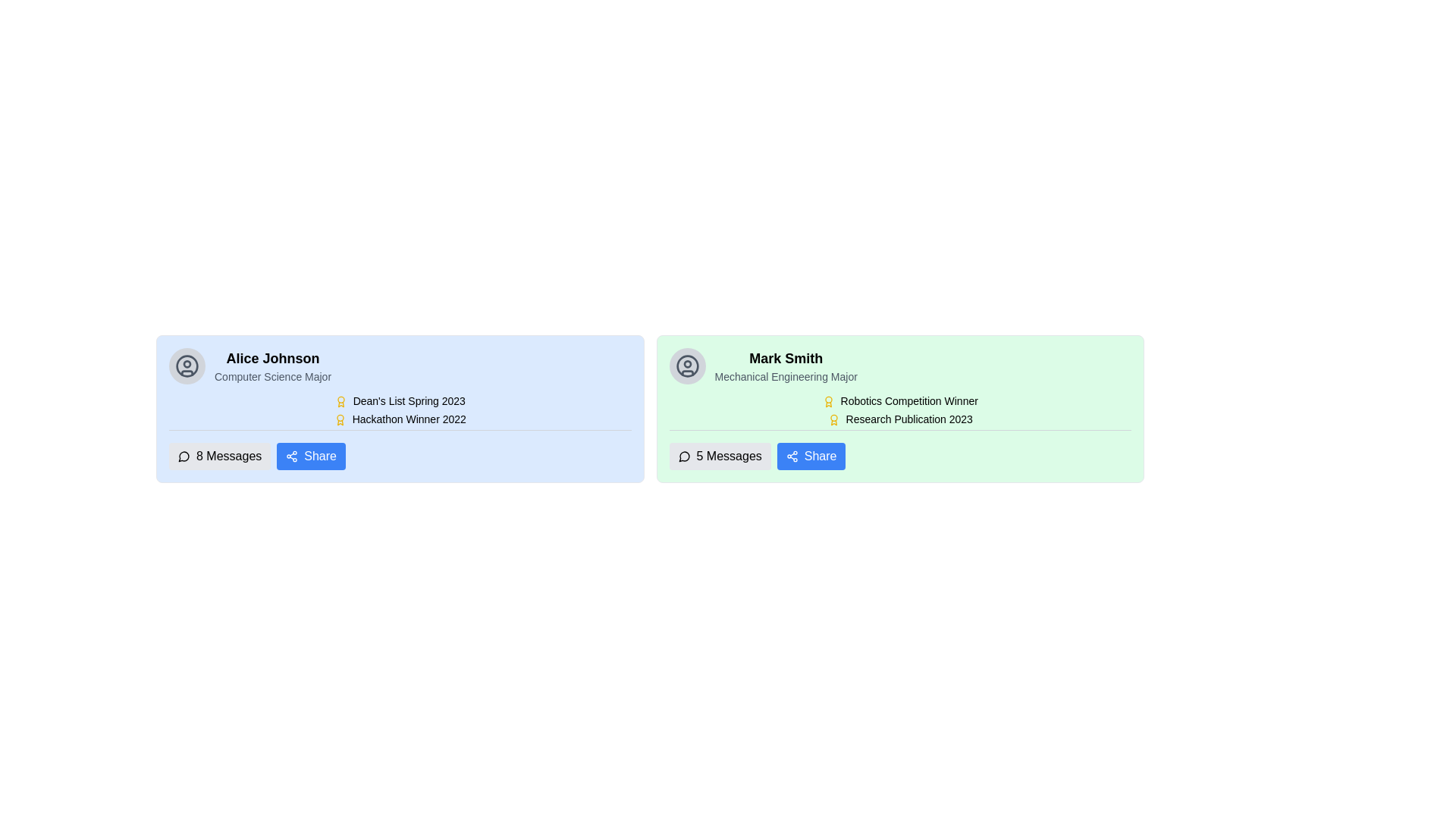 This screenshot has width=1456, height=819. What do you see at coordinates (340, 401) in the screenshot?
I see `the accolade icon located to the left of the text 'Dean's List Spring 2023' in Alice Johnson's profile details` at bounding box center [340, 401].